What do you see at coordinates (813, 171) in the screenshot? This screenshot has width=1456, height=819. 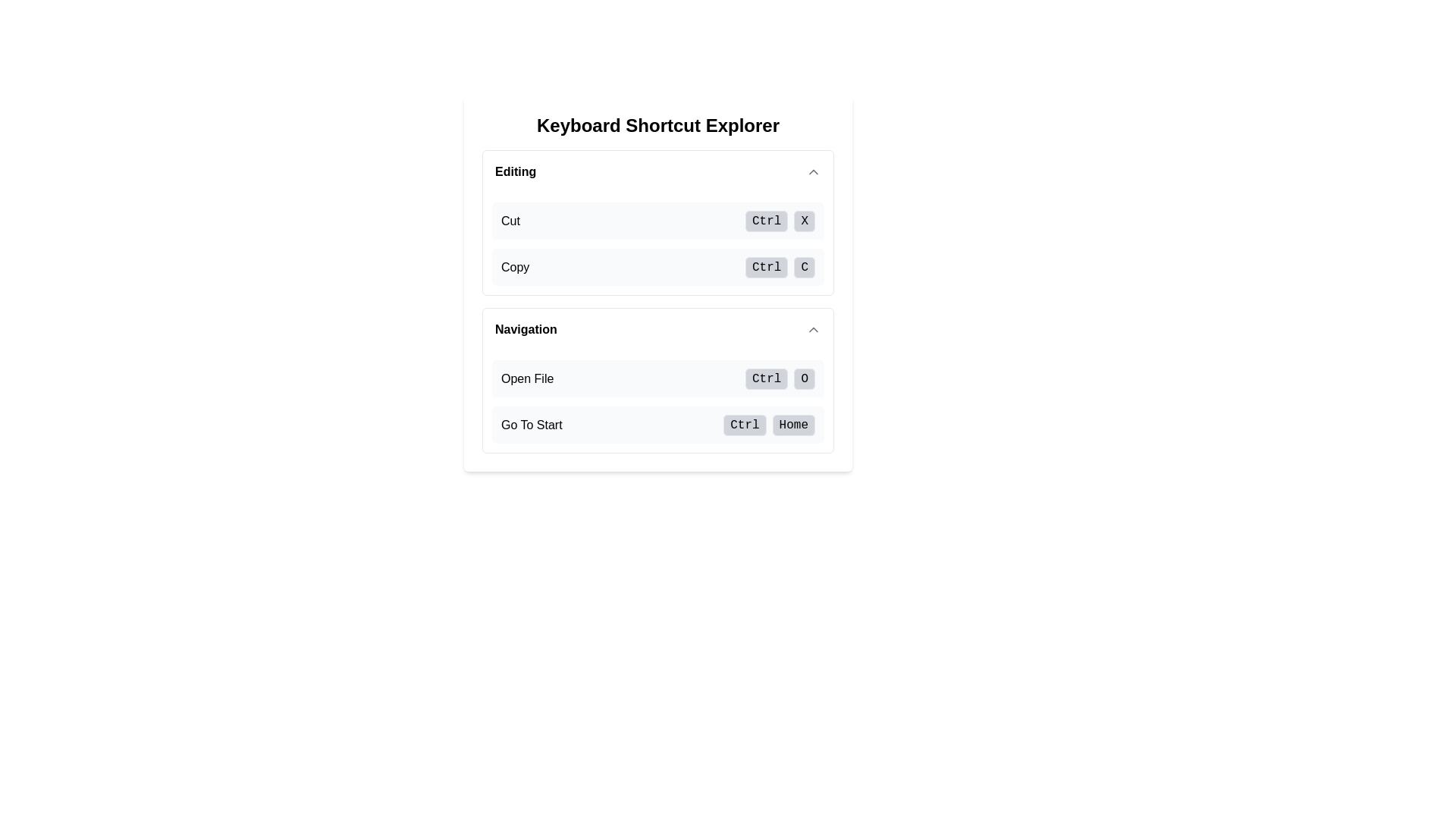 I see `the chevron arrow icon on the far-right side of the 'Editing' section` at bounding box center [813, 171].